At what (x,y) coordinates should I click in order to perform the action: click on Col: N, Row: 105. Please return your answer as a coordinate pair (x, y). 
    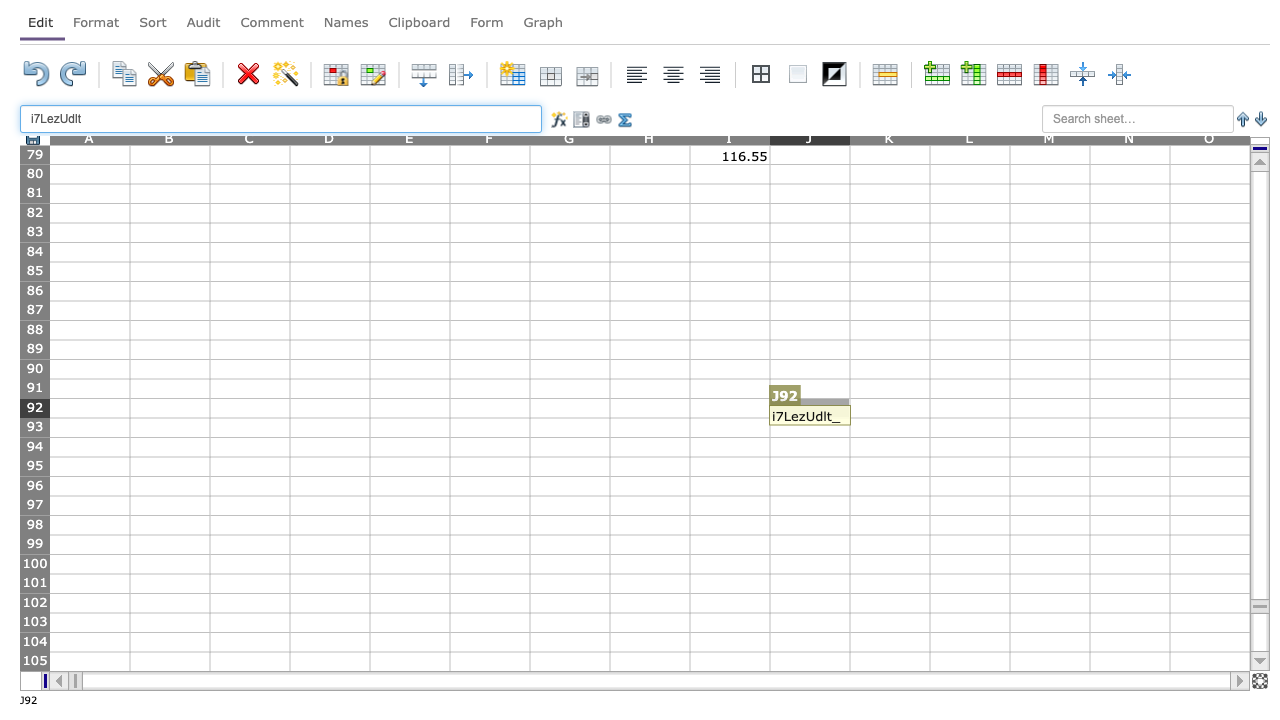
    Looking at the image, I should click on (1129, 661).